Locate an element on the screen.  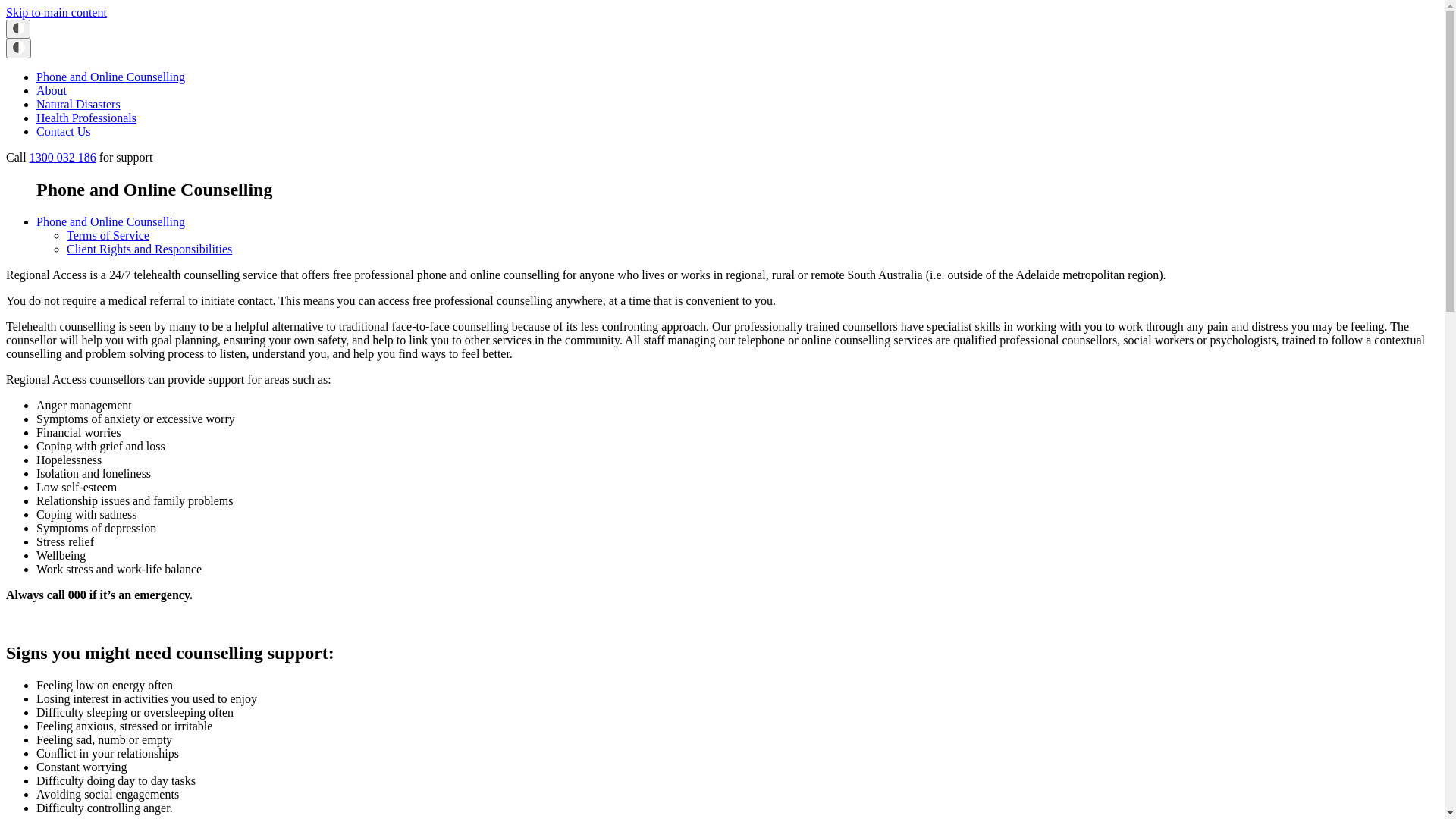
'Client Rights and Responsibilities' is located at coordinates (149, 248).